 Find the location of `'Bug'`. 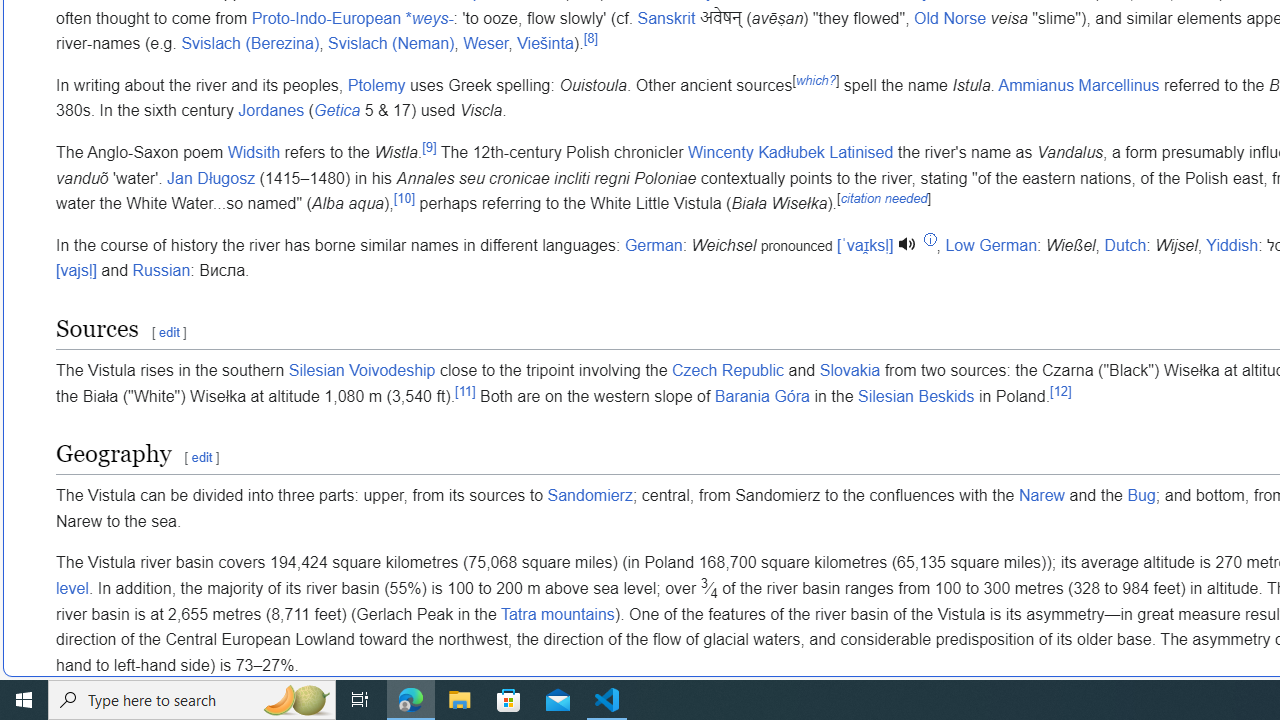

'Bug' is located at coordinates (1141, 495).